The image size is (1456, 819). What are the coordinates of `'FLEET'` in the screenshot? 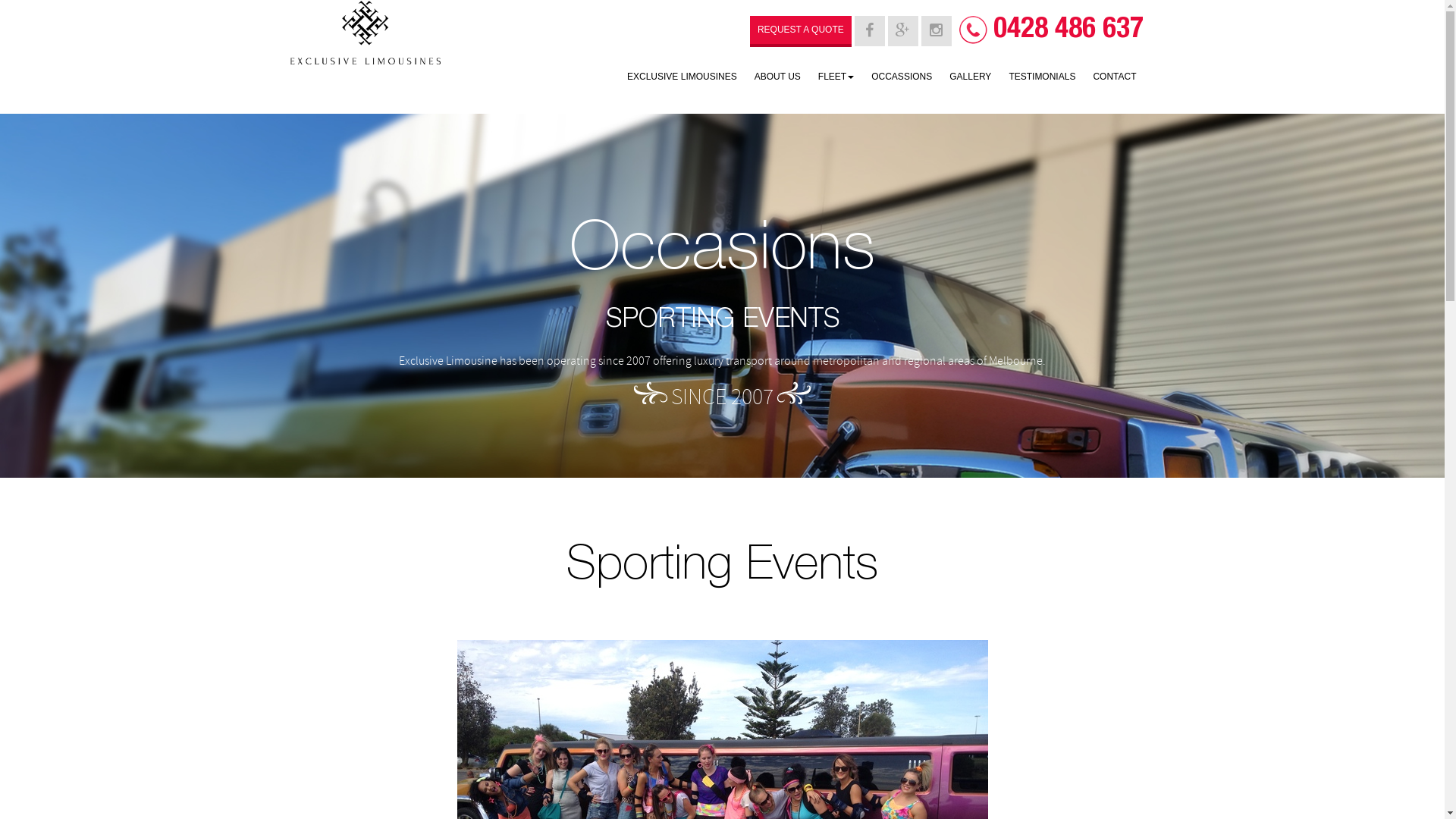 It's located at (835, 78).